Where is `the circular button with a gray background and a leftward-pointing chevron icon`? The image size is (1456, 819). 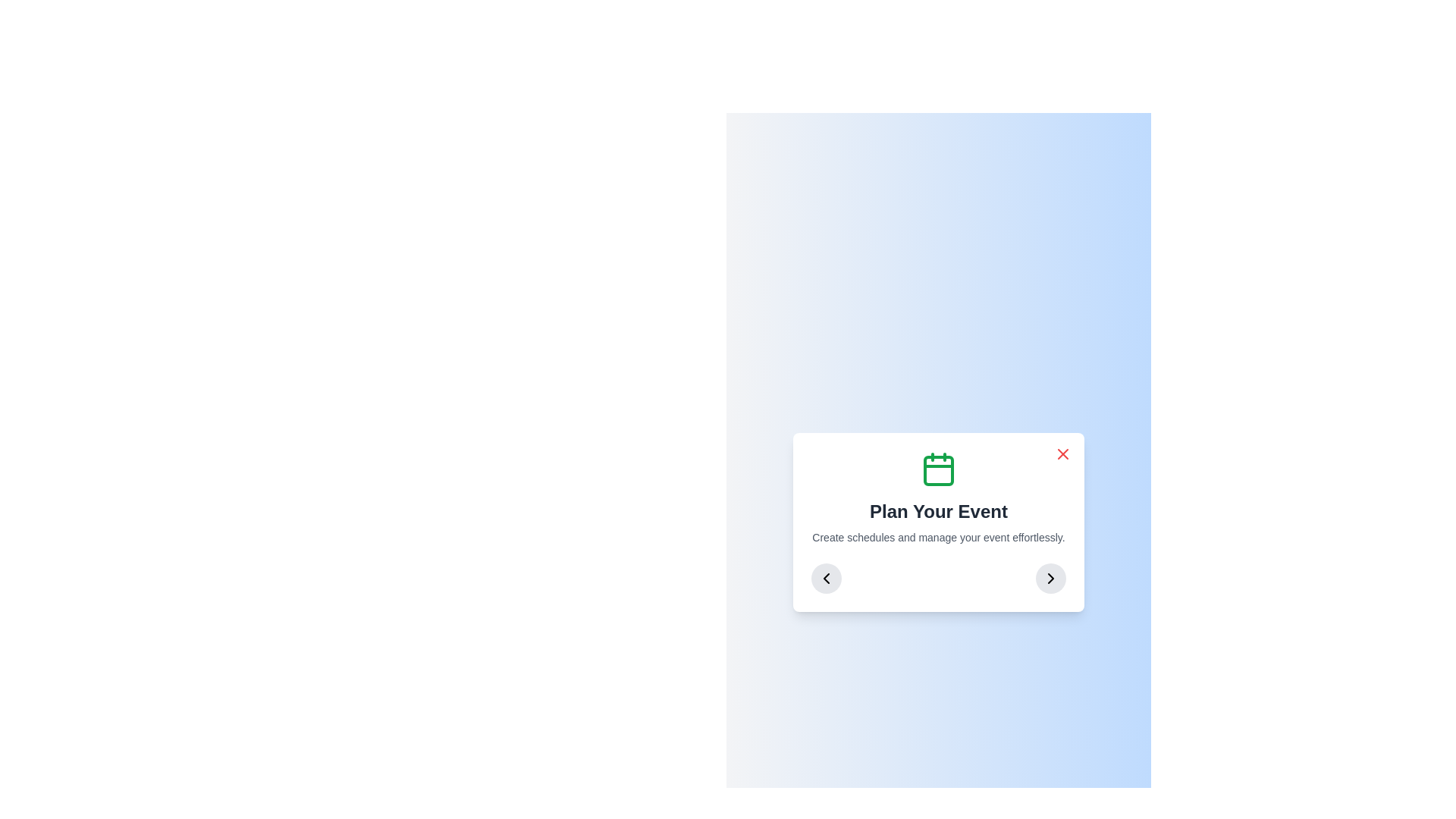 the circular button with a gray background and a leftward-pointing chevron icon is located at coordinates (825, 579).